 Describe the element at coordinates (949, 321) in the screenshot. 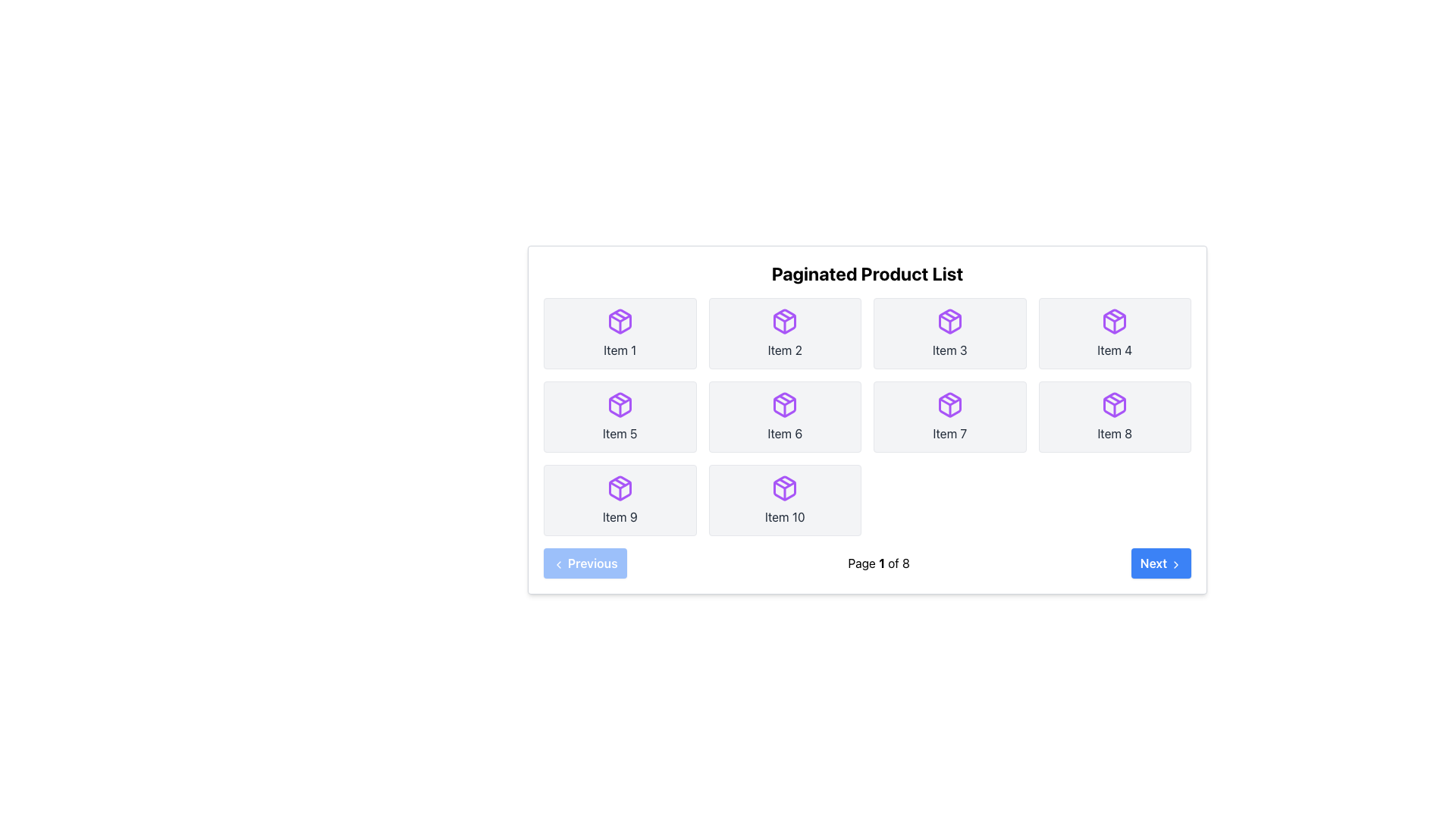

I see `the decorative icon representing 'Item 3', which is located in the third position of a 4-column grid layout within a card labeled 'Item 3'` at that location.